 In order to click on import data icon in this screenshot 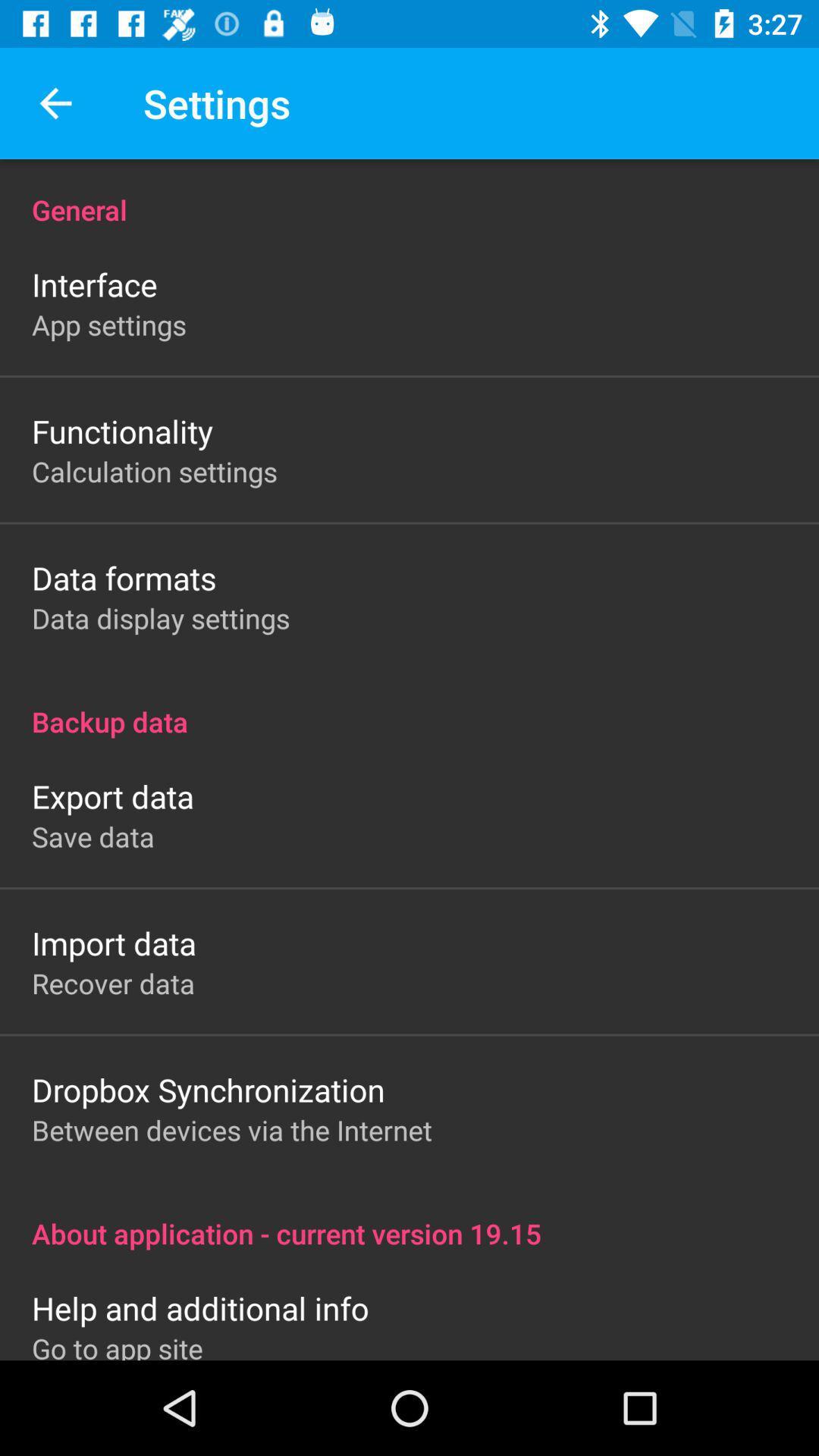, I will do `click(113, 942)`.